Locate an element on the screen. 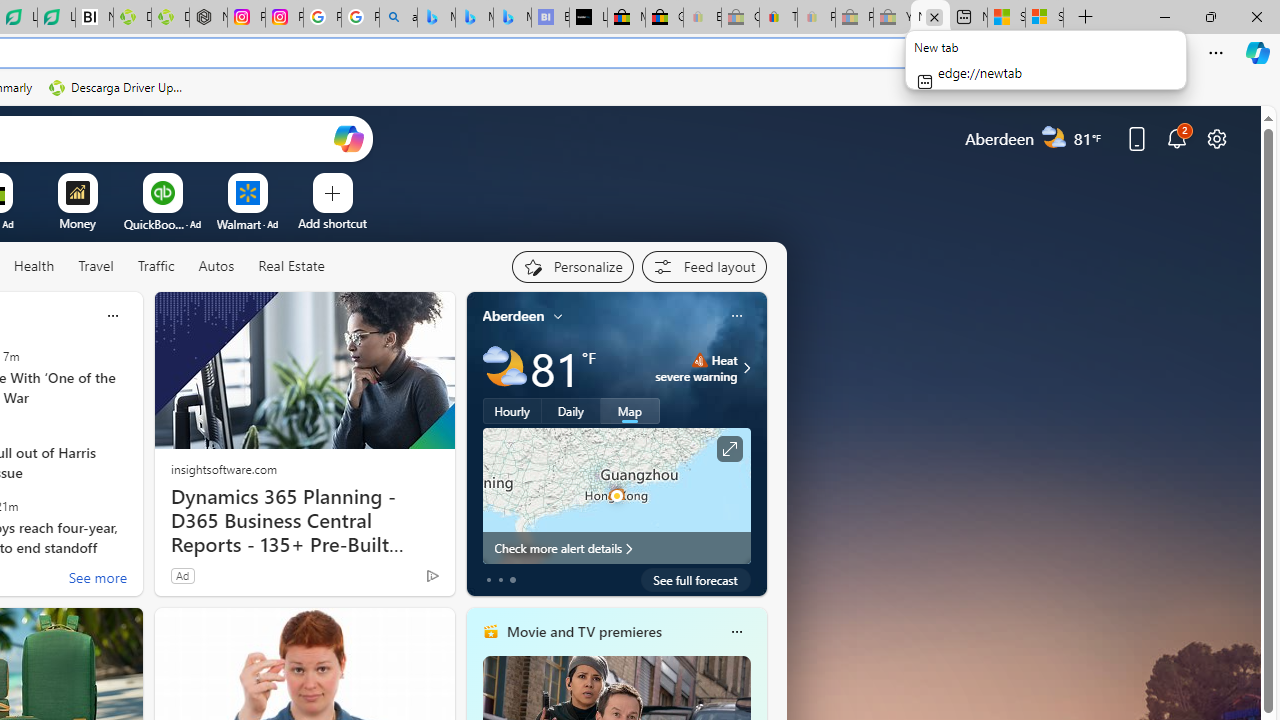 This screenshot has height=720, width=1280. 'Open Copilot' is located at coordinates (348, 137).